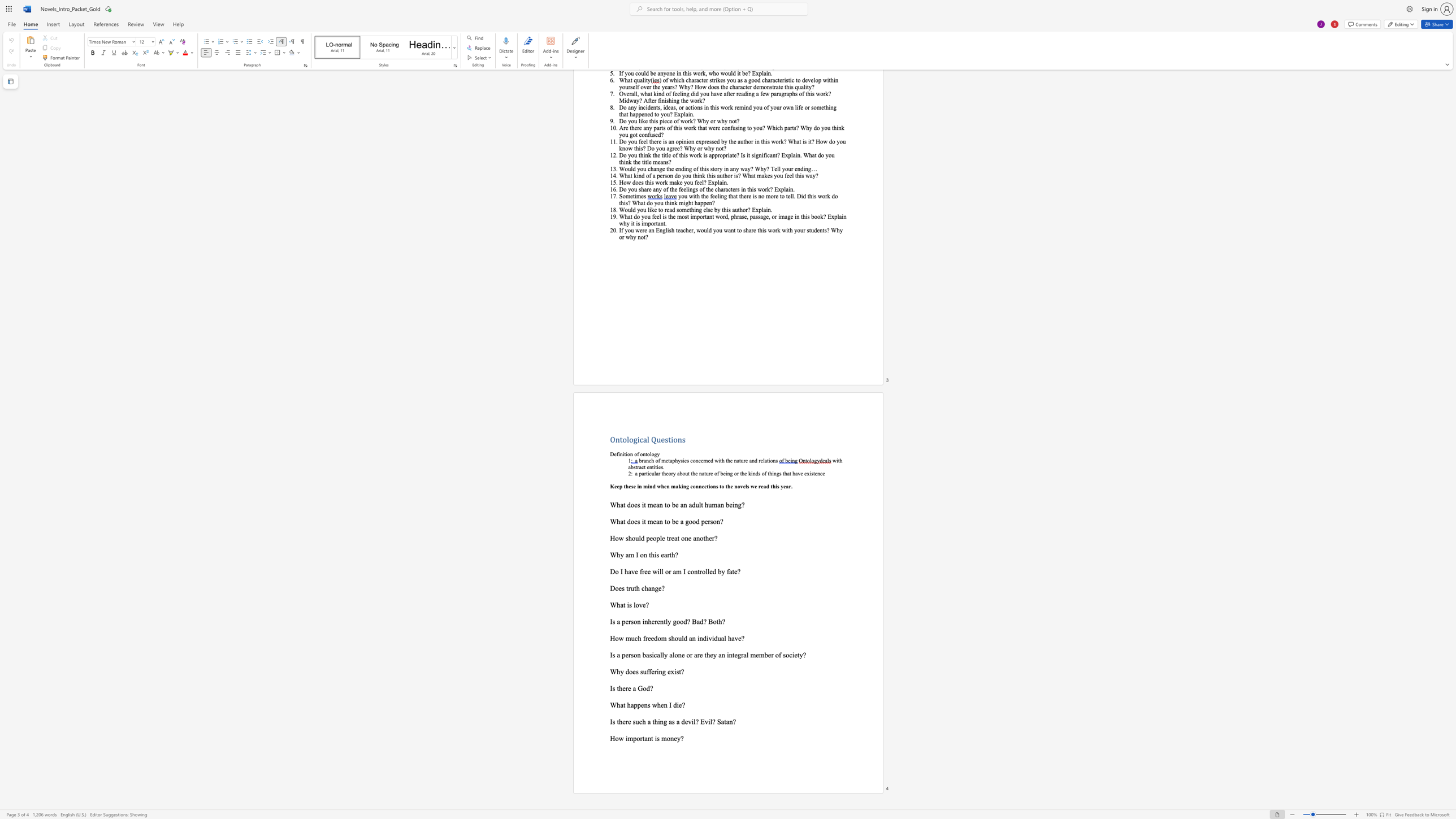 The width and height of the screenshot is (1456, 819). What do you see at coordinates (615, 738) in the screenshot?
I see `the subset text "ow imp" within the text "How important is money?"` at bounding box center [615, 738].